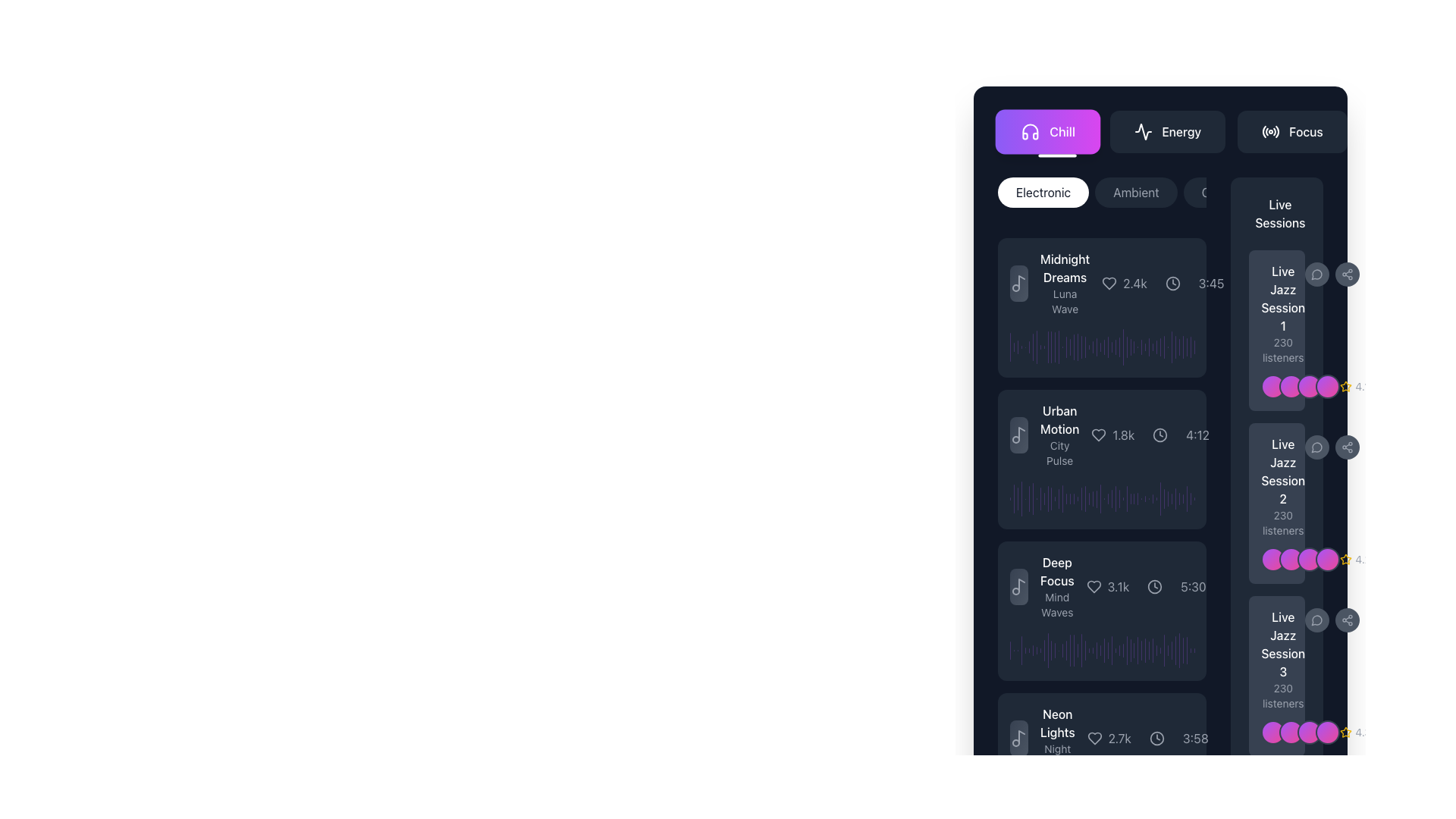 The width and height of the screenshot is (1456, 819). What do you see at coordinates (1116, 347) in the screenshot?
I see `the thin purple decorative bar with rounded end, which is the 25th element in a horizontal series of similar elements` at bounding box center [1116, 347].